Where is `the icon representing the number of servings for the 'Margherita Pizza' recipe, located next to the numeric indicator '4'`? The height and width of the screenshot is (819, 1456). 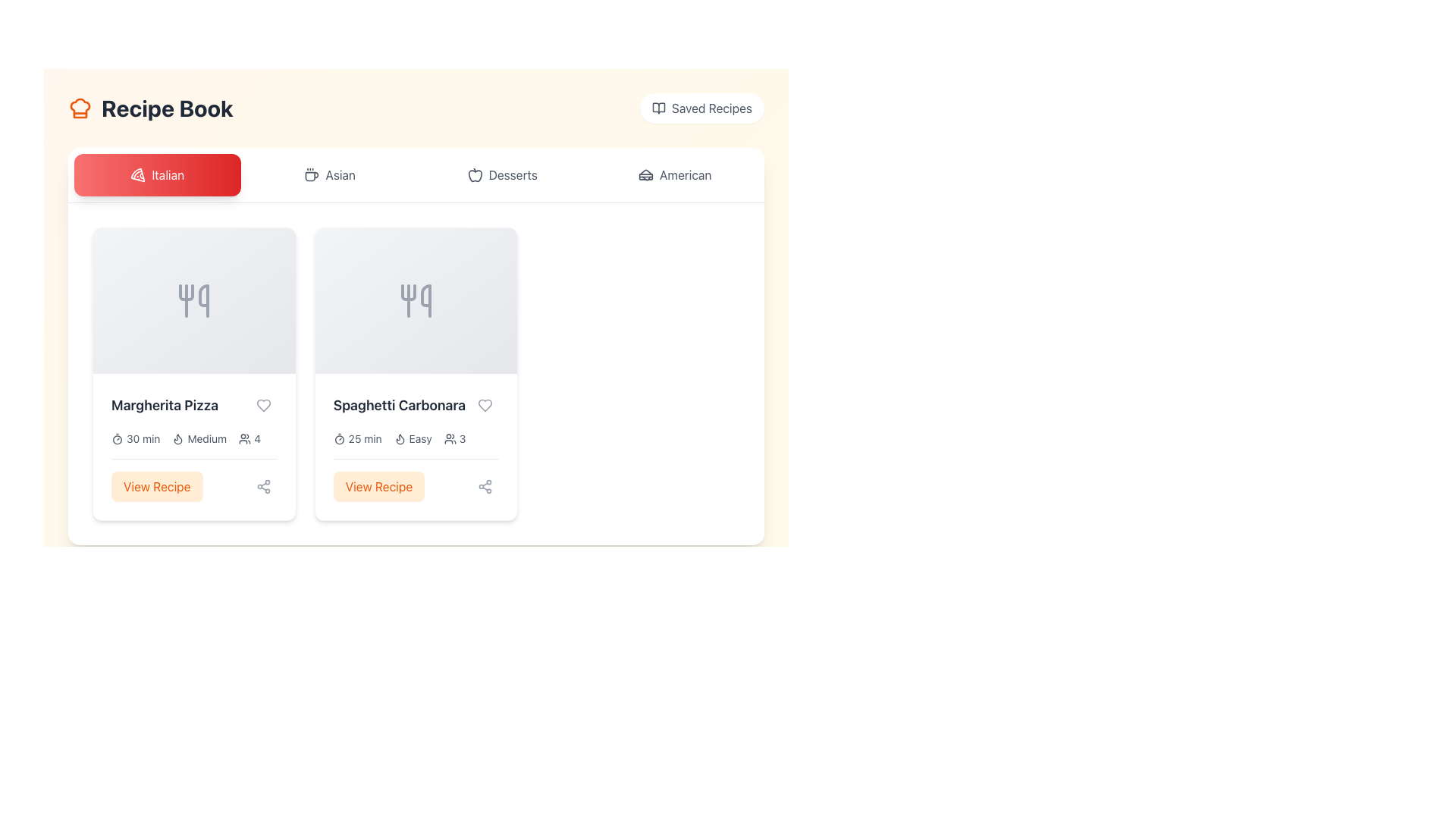 the icon representing the number of servings for the 'Margherita Pizza' recipe, located next to the numeric indicator '4' is located at coordinates (245, 438).